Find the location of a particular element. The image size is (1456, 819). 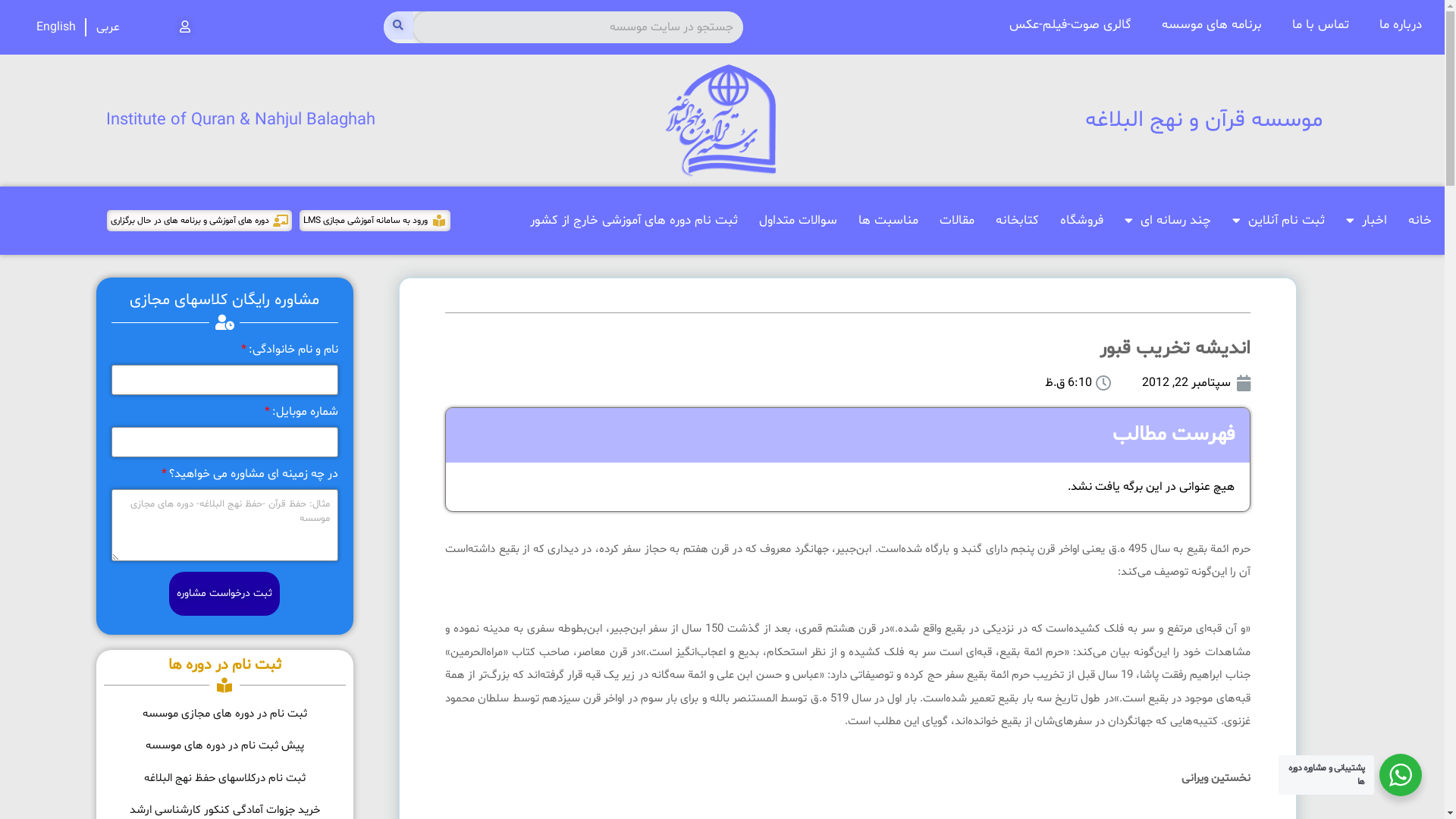

'English' is located at coordinates (55, 27).